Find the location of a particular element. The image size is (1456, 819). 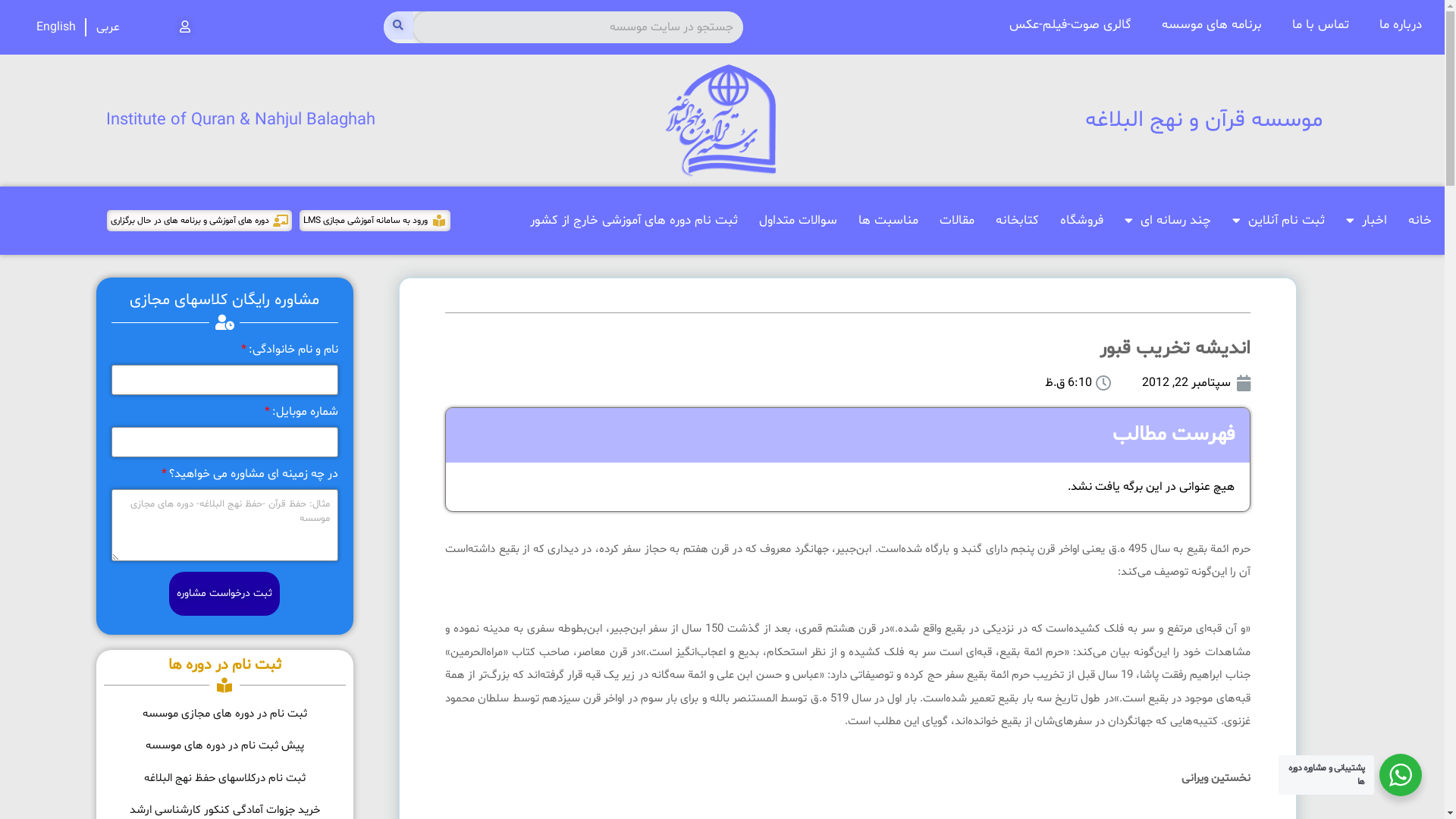

'English' is located at coordinates (55, 27).